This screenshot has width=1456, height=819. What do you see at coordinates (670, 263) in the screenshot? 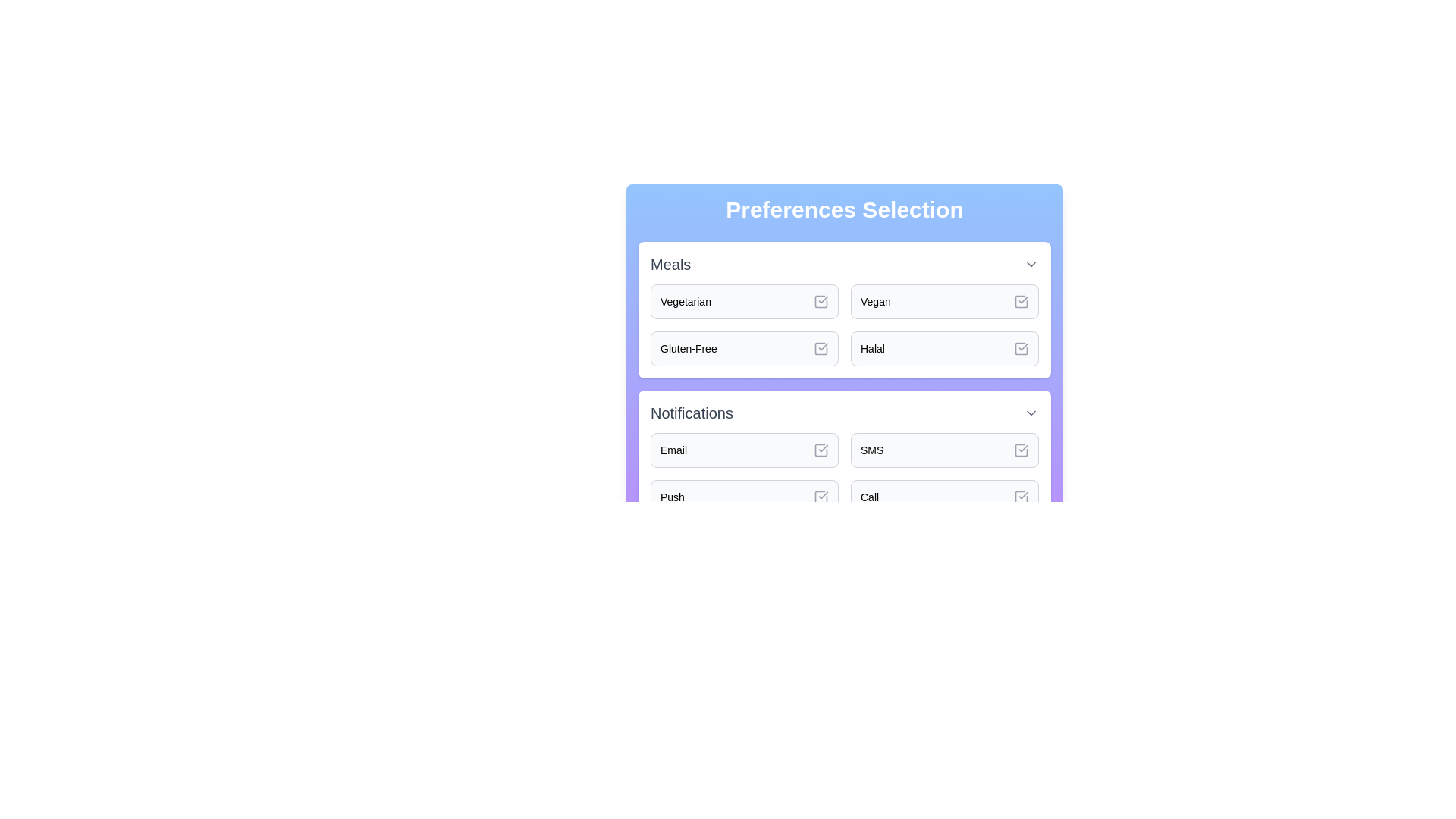
I see `the 'Meals' text label that serves as a heading or title in the interface` at bounding box center [670, 263].